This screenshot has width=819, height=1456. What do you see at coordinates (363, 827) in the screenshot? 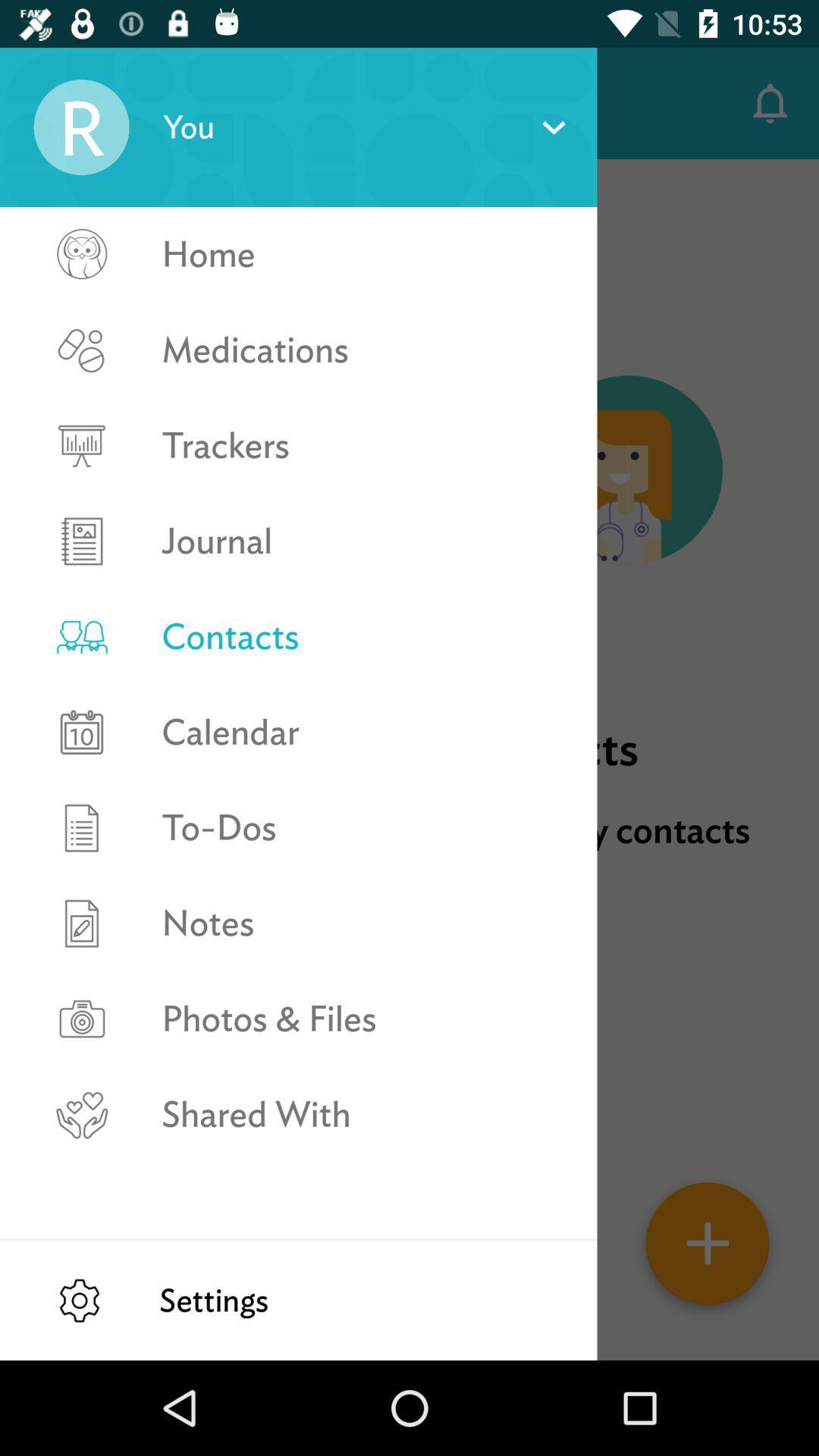
I see `to-dos` at bounding box center [363, 827].